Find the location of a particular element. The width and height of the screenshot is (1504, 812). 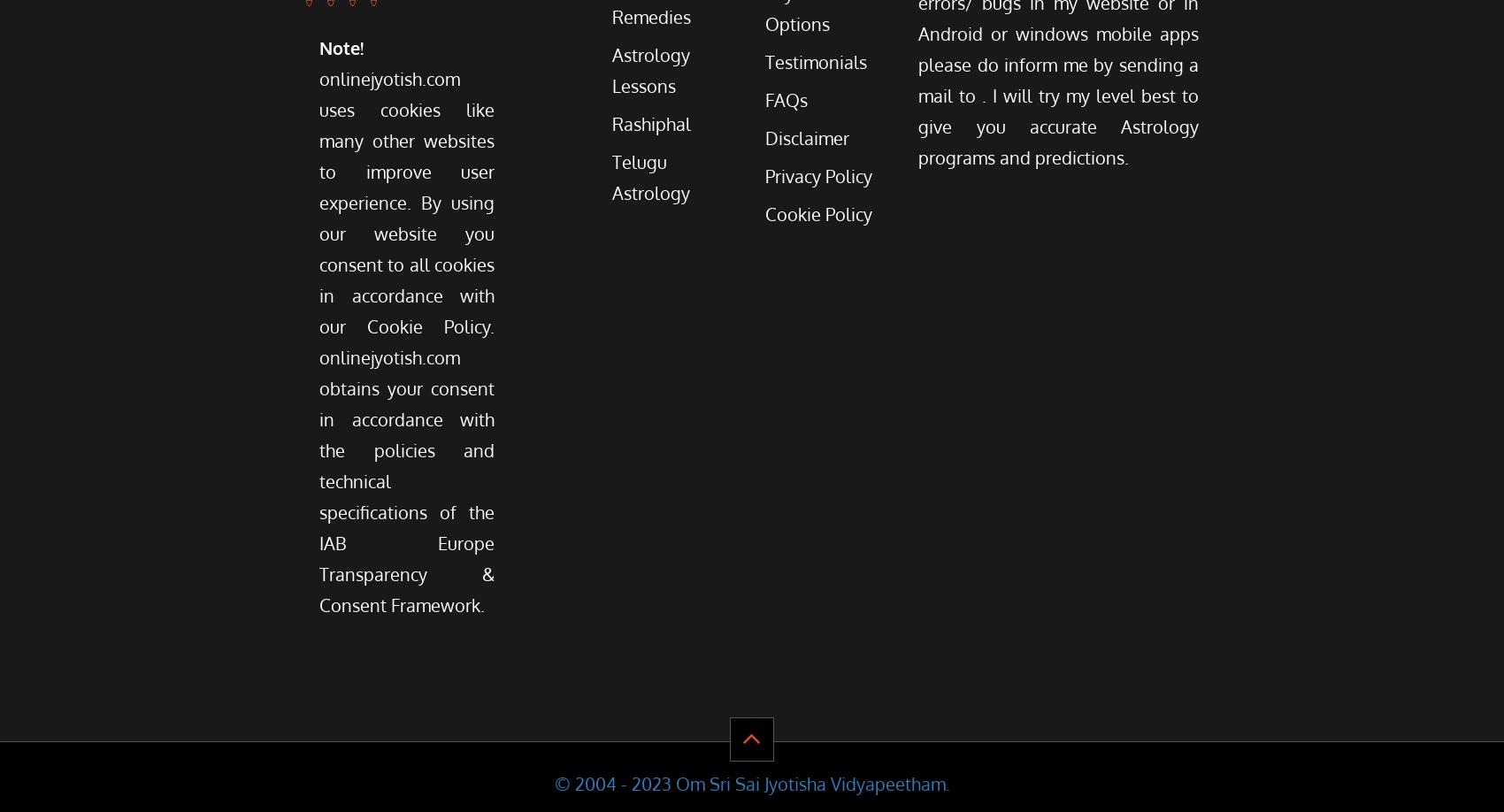

'© 2004 - 2023 Om Sri Sai Jyotisha Vidyapeetham.' is located at coordinates (552, 782).